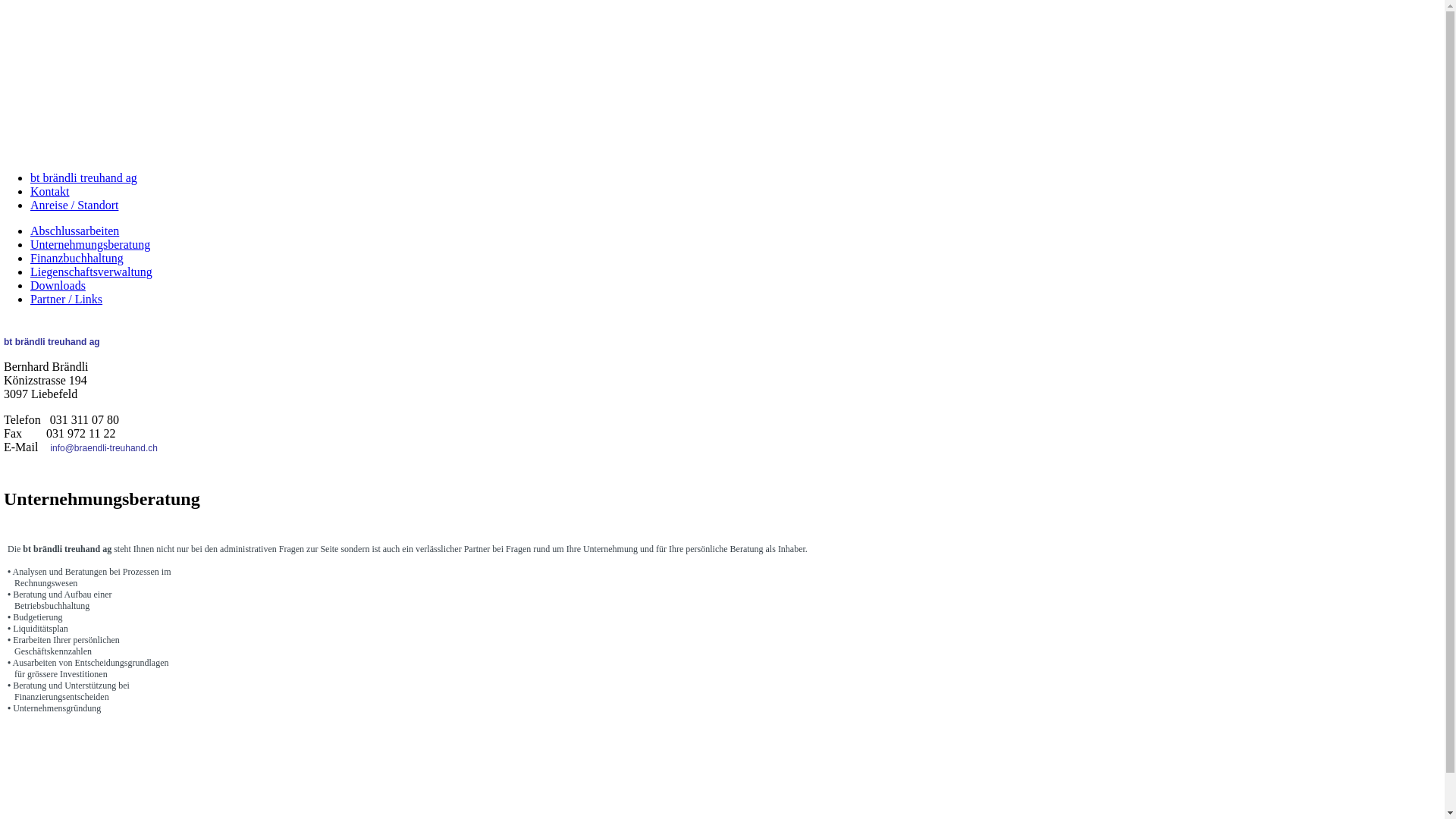 This screenshot has height=819, width=1456. I want to click on 'Abschlussarbeiten', so click(74, 231).